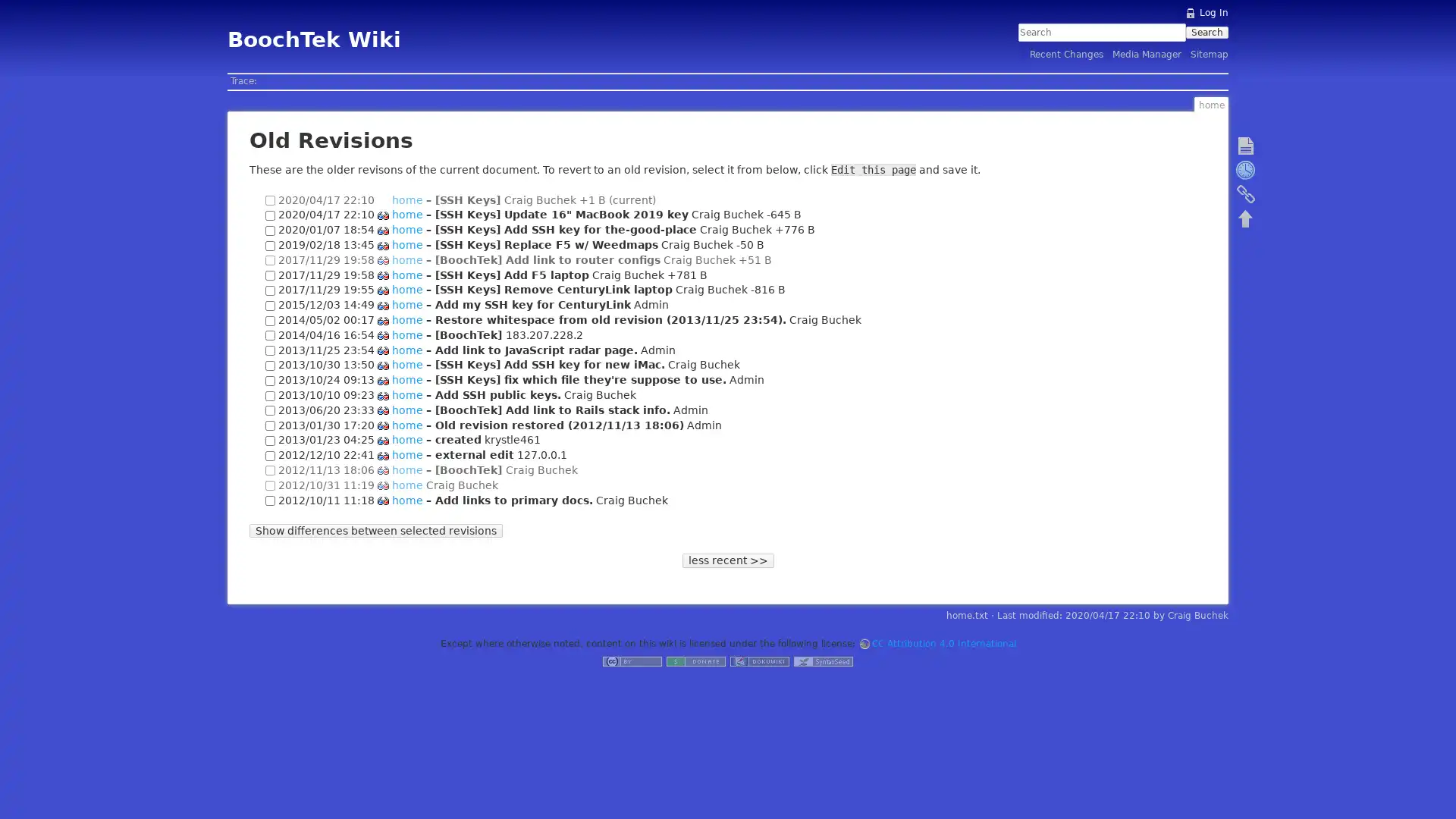 Image resolution: width=1456 pixels, height=819 pixels. I want to click on Show differences between selected revisions, so click(375, 529).